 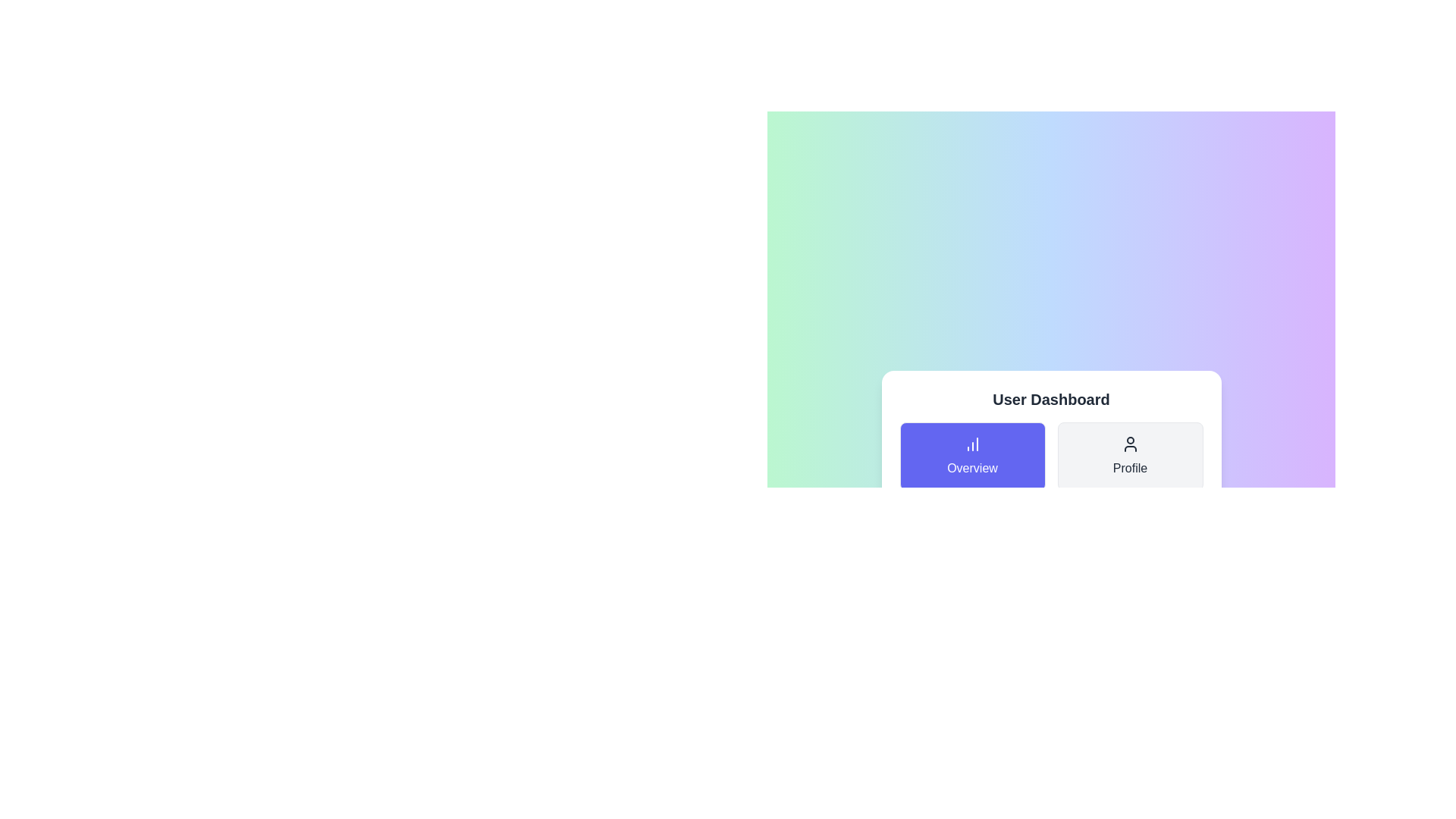 What do you see at coordinates (972, 455) in the screenshot?
I see `the tab named Overview by clicking on its button` at bounding box center [972, 455].